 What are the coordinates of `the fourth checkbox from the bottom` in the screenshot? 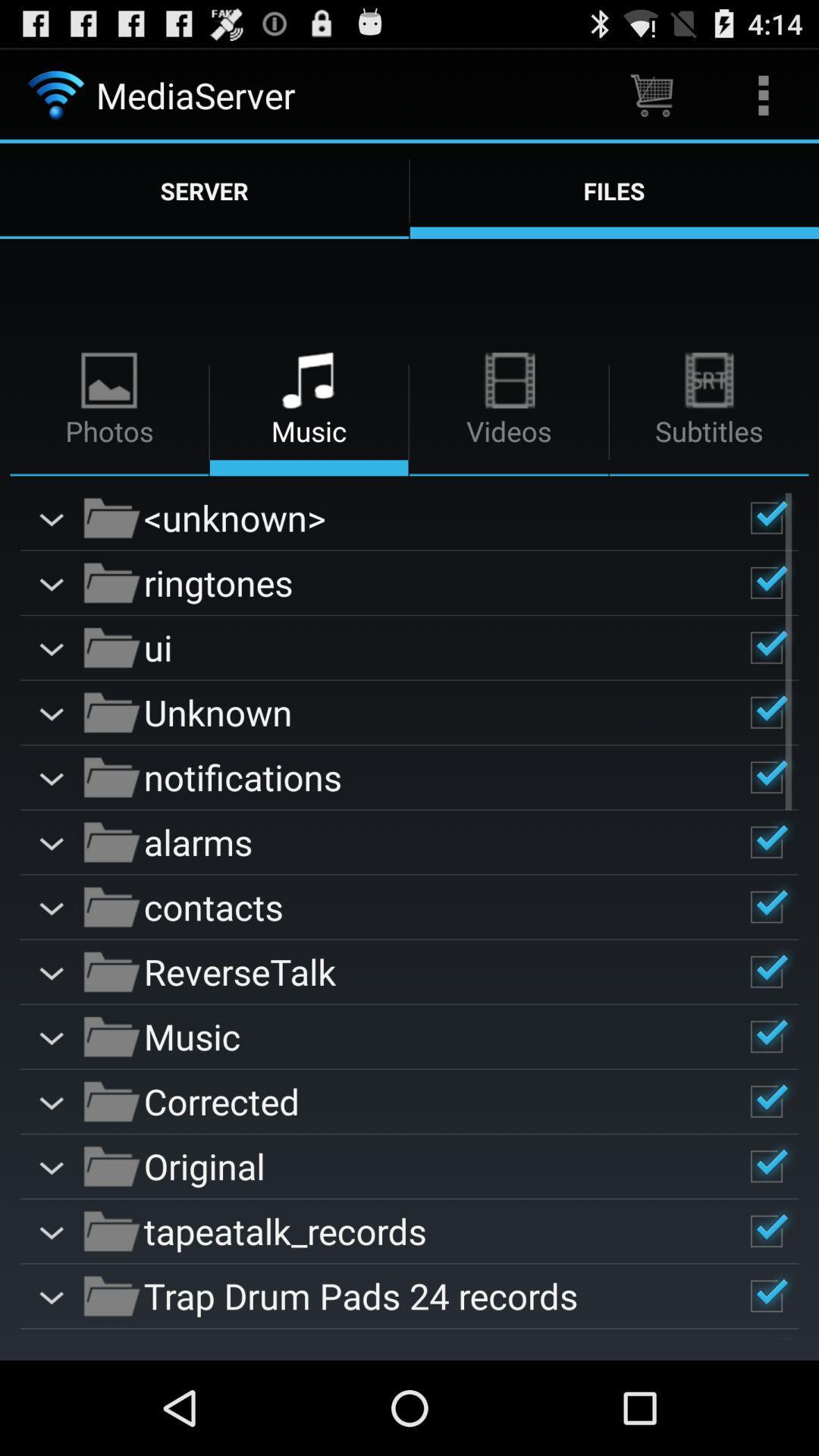 It's located at (766, 1102).